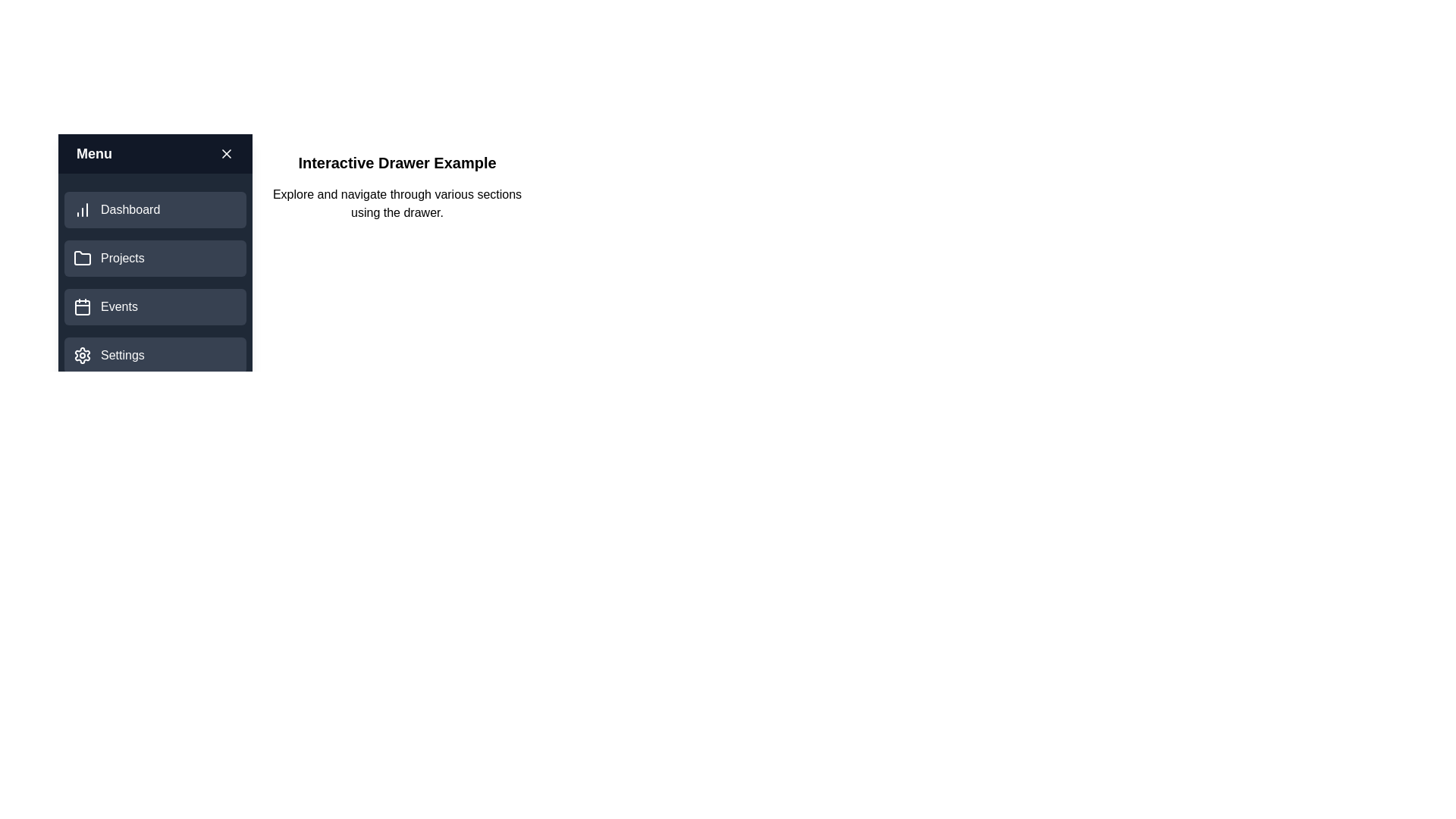 This screenshot has height=819, width=1456. Describe the element at coordinates (225, 154) in the screenshot. I see `toggle button in the header of the drawer to toggle its visibility` at that location.